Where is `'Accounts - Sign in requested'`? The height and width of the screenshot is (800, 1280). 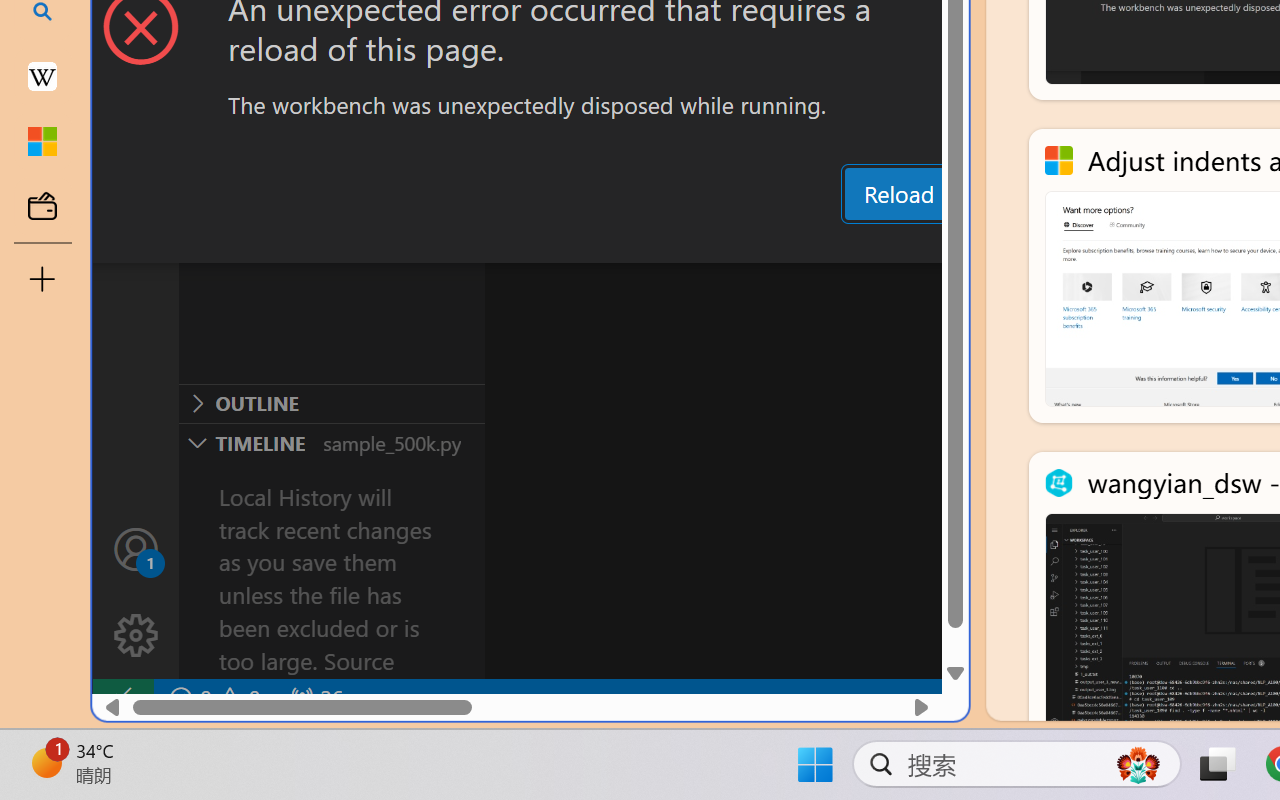 'Accounts - Sign in requested' is located at coordinates (134, 548).